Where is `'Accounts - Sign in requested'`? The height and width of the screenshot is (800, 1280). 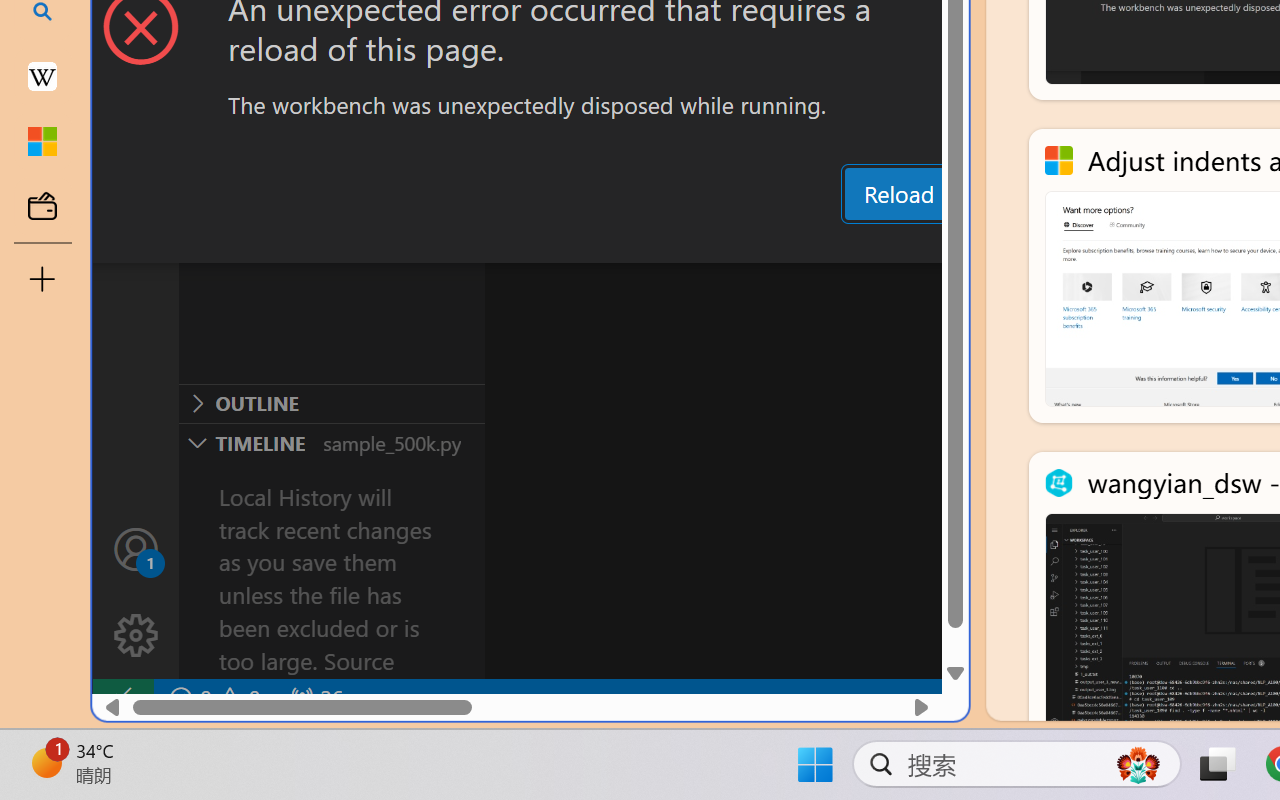 'Accounts - Sign in requested' is located at coordinates (134, 548).